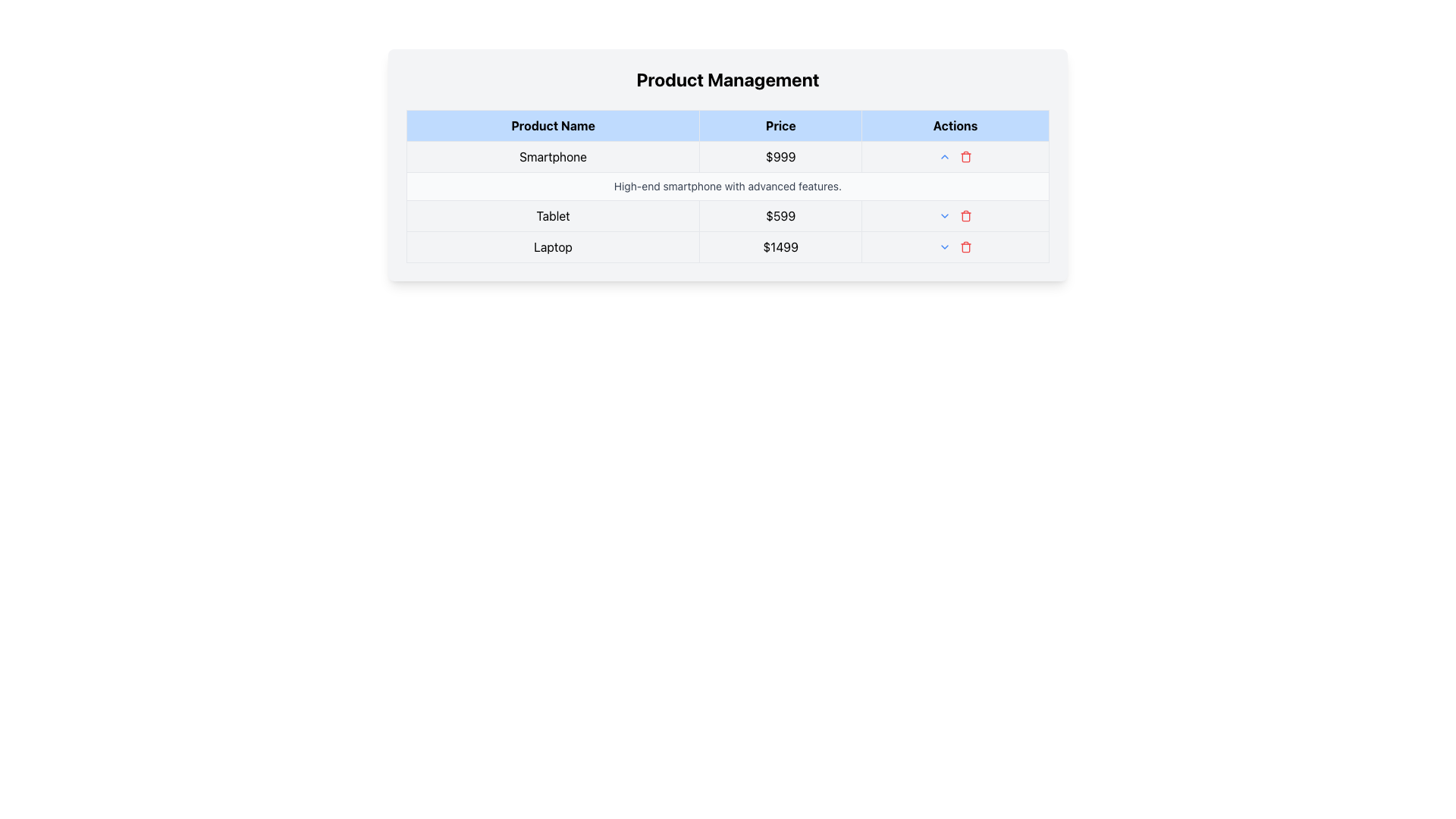  Describe the element at coordinates (965, 216) in the screenshot. I see `the trash icon button in the 'Actions' column of the second product row labeled 'Tablet'` at that location.